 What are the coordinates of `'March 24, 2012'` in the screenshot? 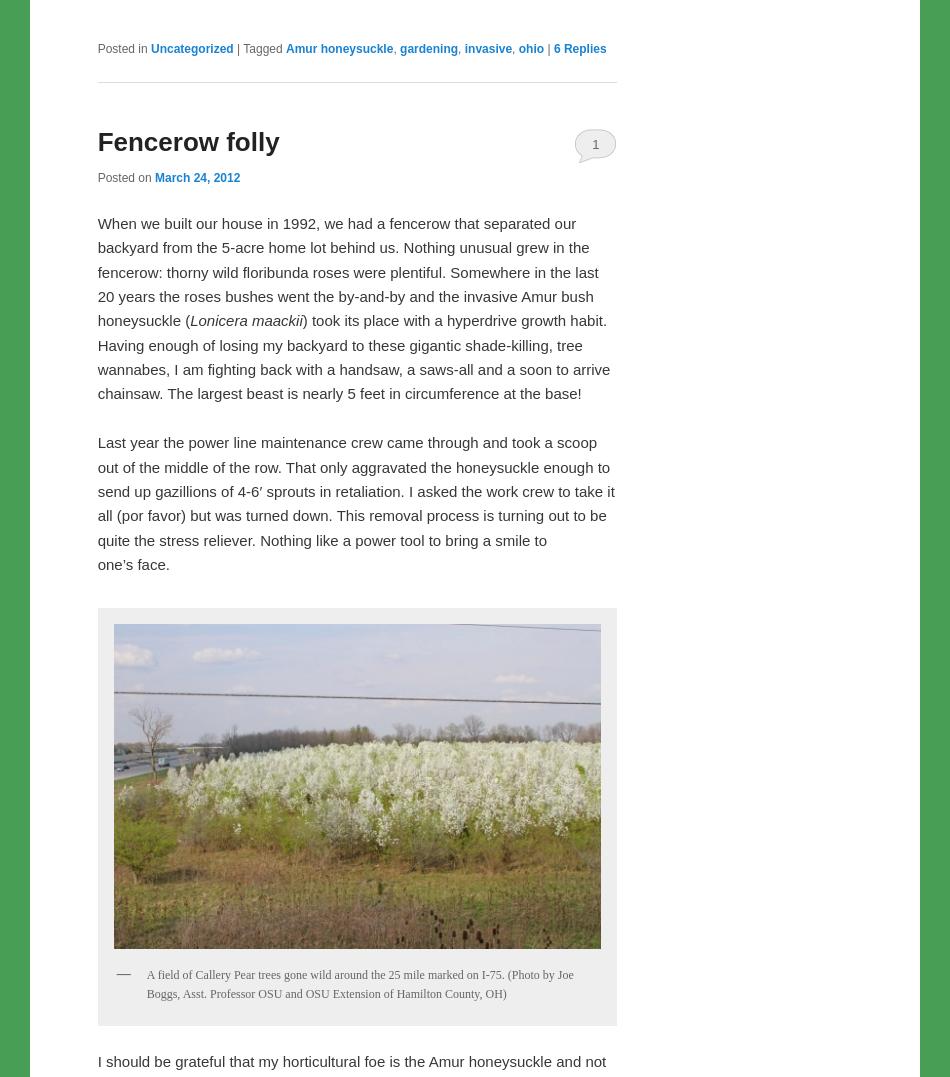 It's located at (155, 177).